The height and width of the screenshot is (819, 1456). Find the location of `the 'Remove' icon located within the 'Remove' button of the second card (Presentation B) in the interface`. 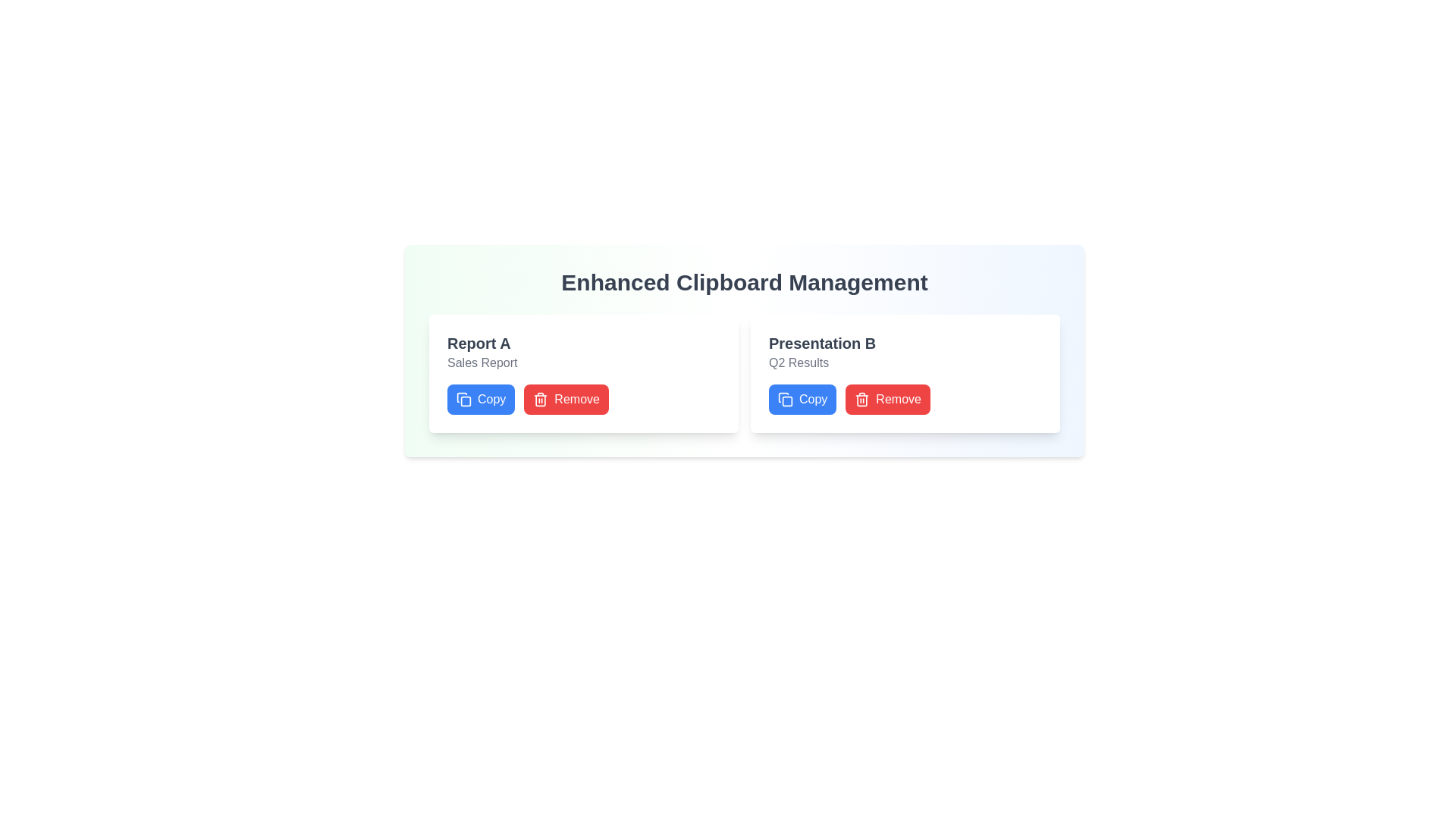

the 'Remove' icon located within the 'Remove' button of the second card (Presentation B) in the interface is located at coordinates (862, 399).